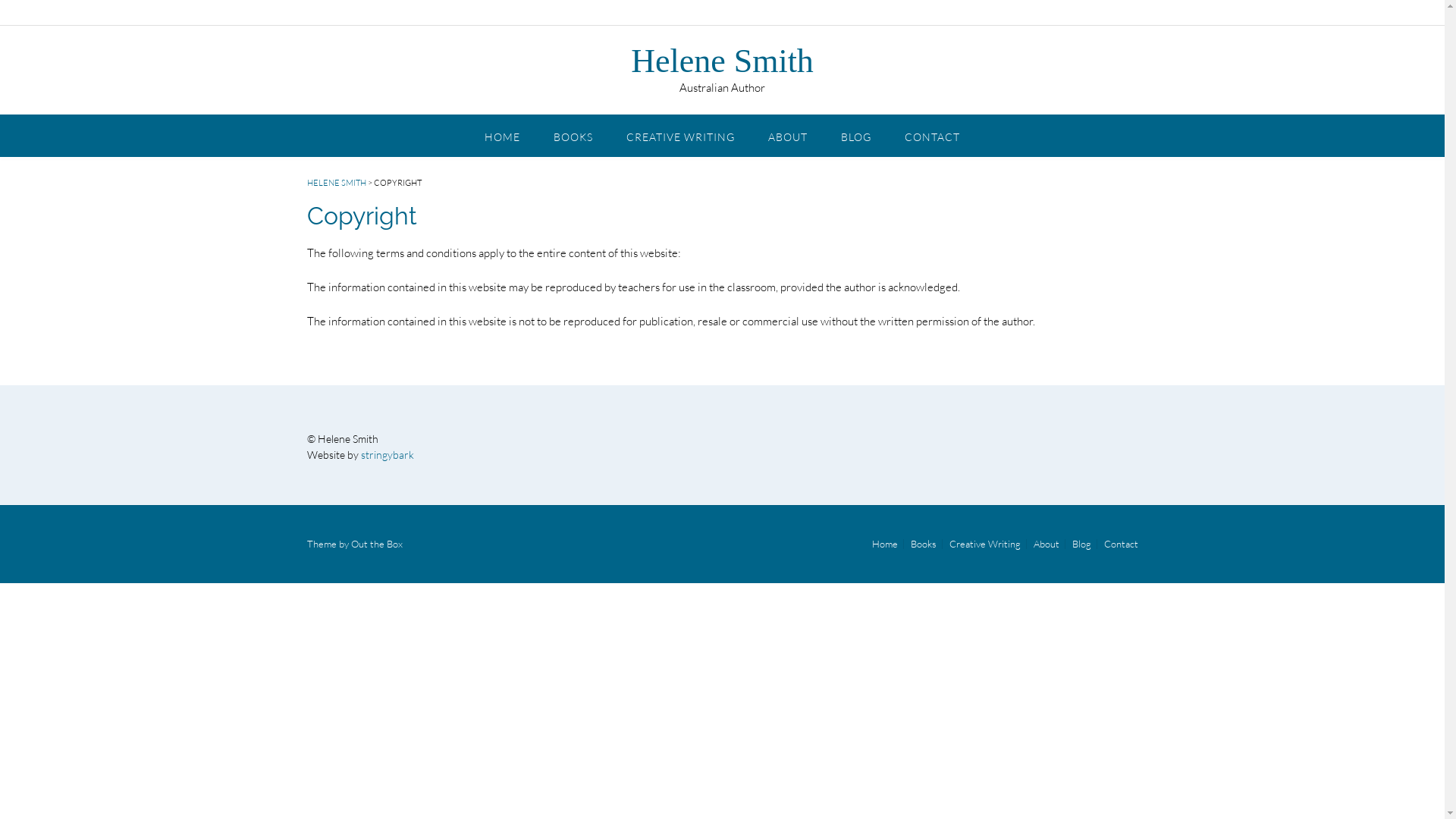  Describe the element at coordinates (855, 133) in the screenshot. I see `'BLOG'` at that location.